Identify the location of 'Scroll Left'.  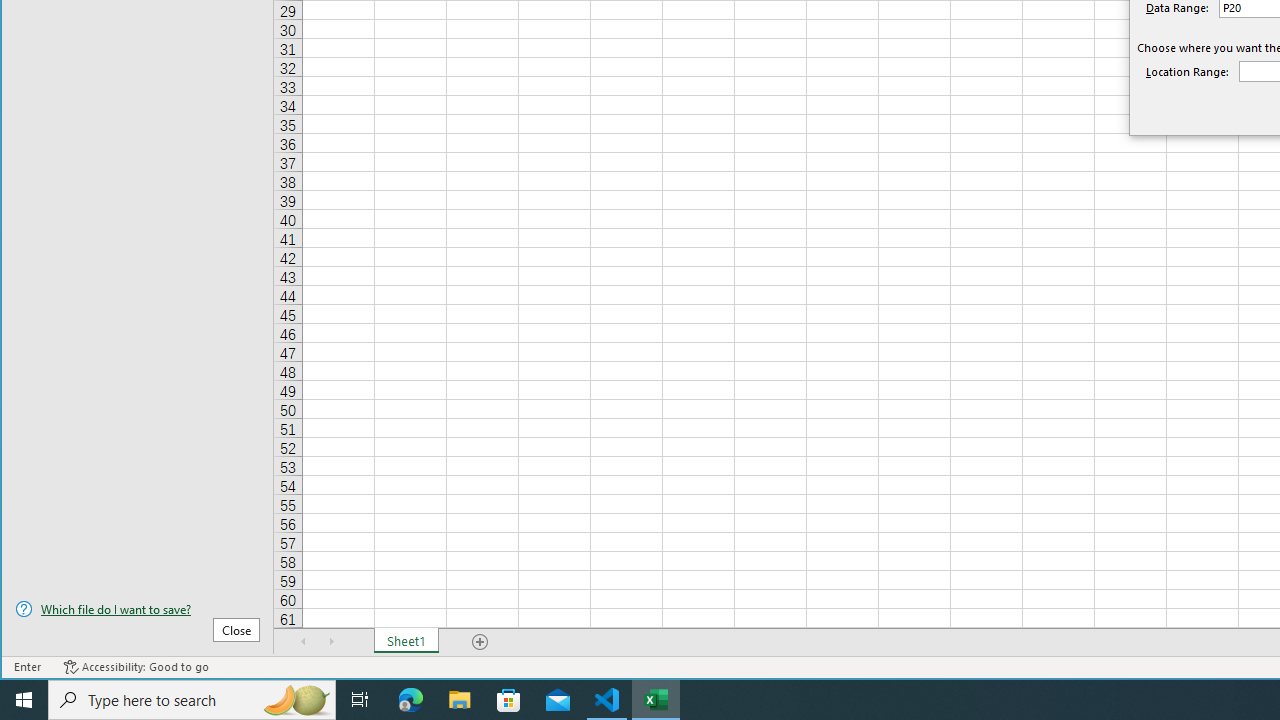
(303, 641).